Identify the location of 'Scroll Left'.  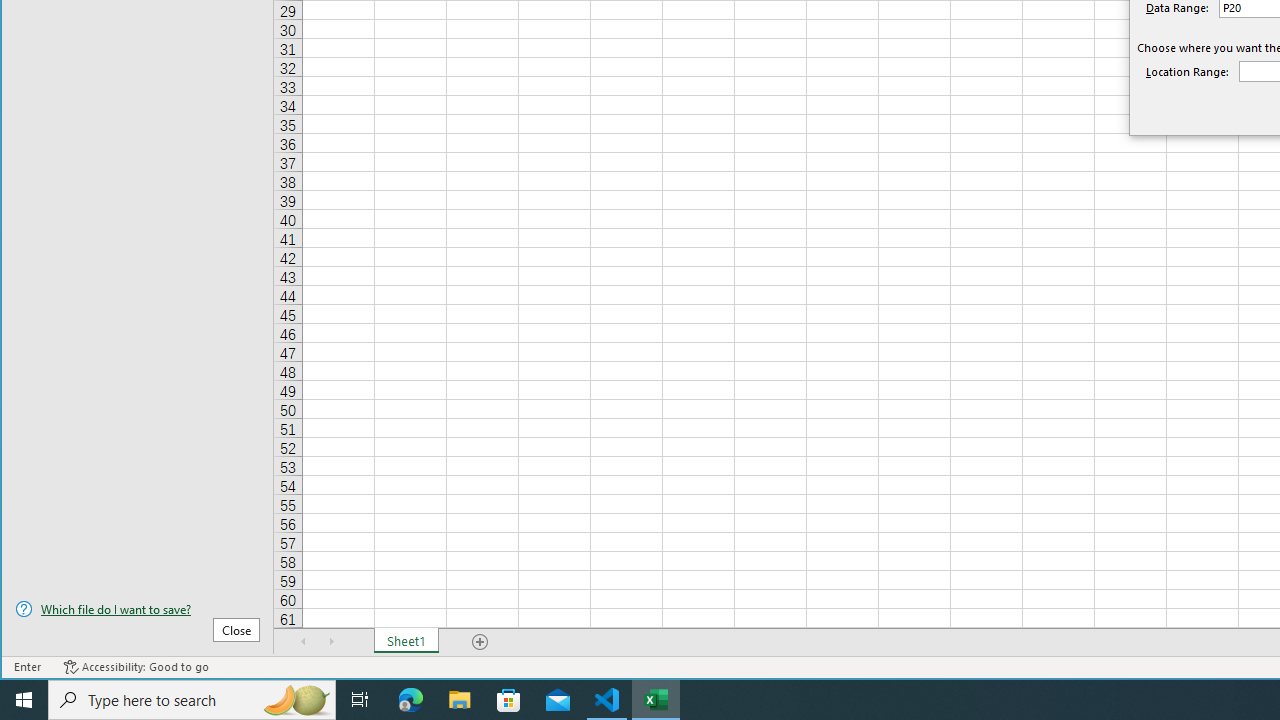
(303, 641).